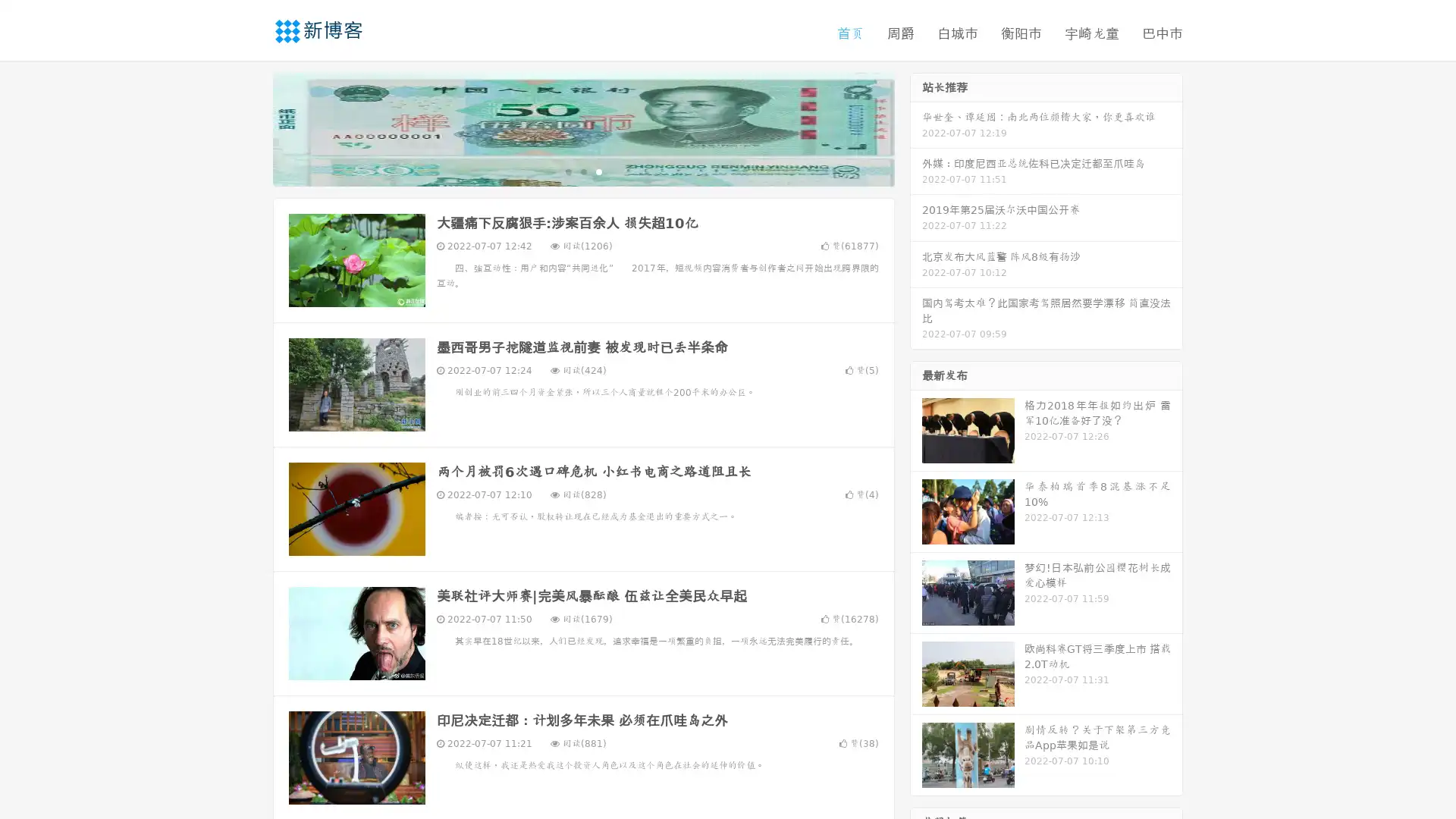 The width and height of the screenshot is (1456, 819). What do you see at coordinates (582, 171) in the screenshot?
I see `Go to slide 2` at bounding box center [582, 171].